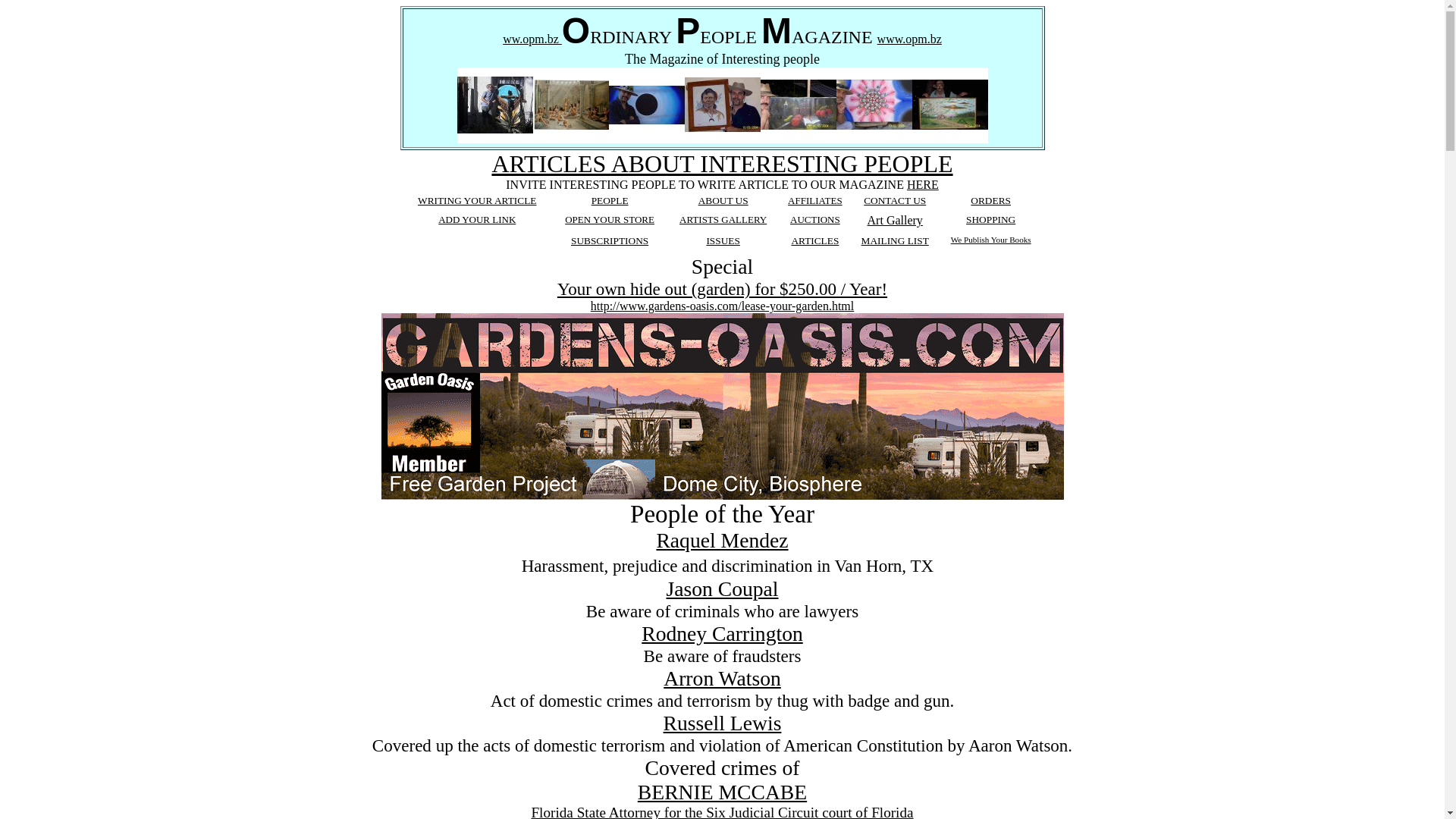 The height and width of the screenshot is (819, 1456). Describe the element at coordinates (722, 240) in the screenshot. I see `'ISSUES'` at that location.